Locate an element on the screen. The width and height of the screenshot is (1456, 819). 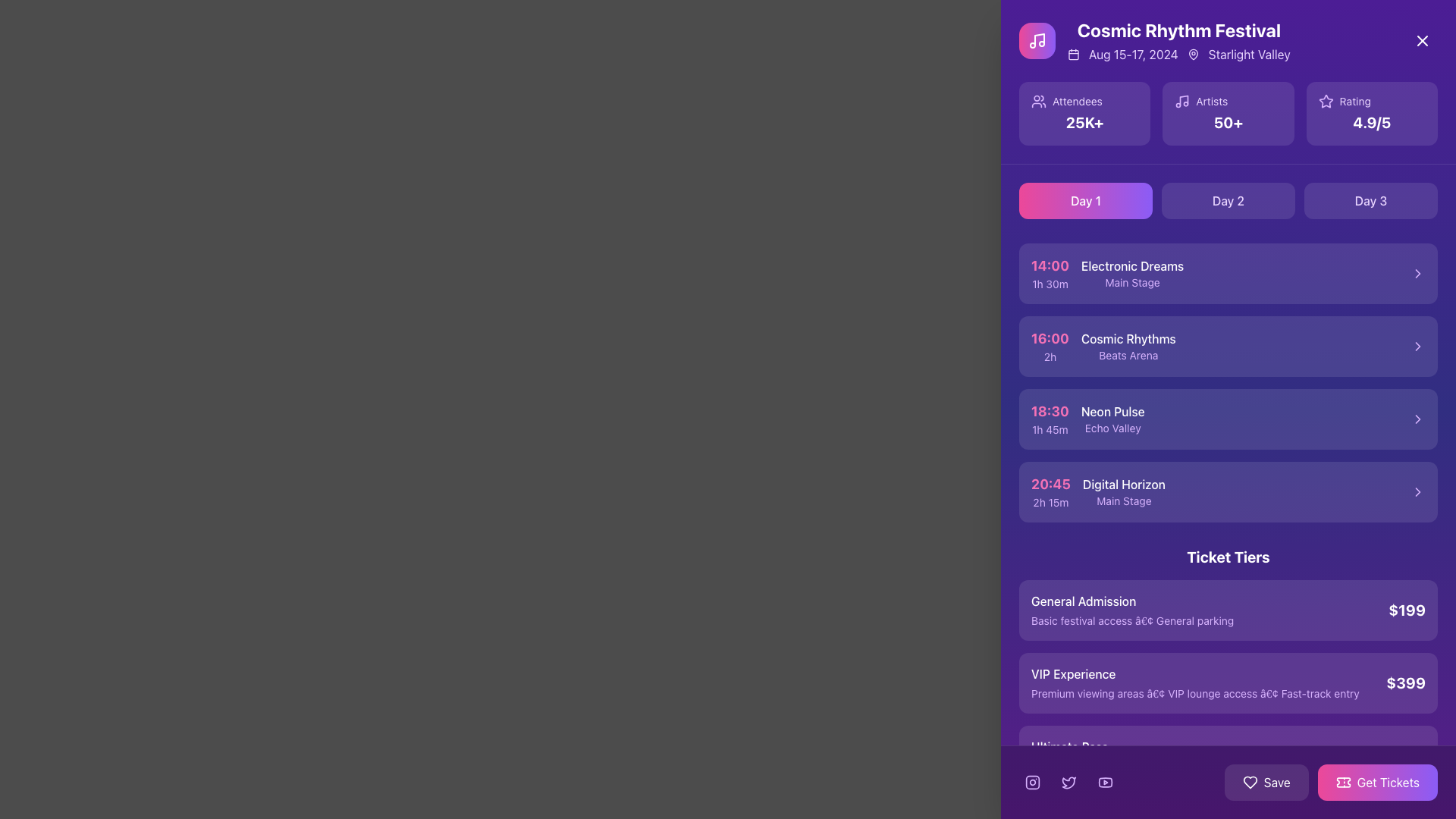
the second item in the 'Ticket Tiers' list is located at coordinates (1228, 683).